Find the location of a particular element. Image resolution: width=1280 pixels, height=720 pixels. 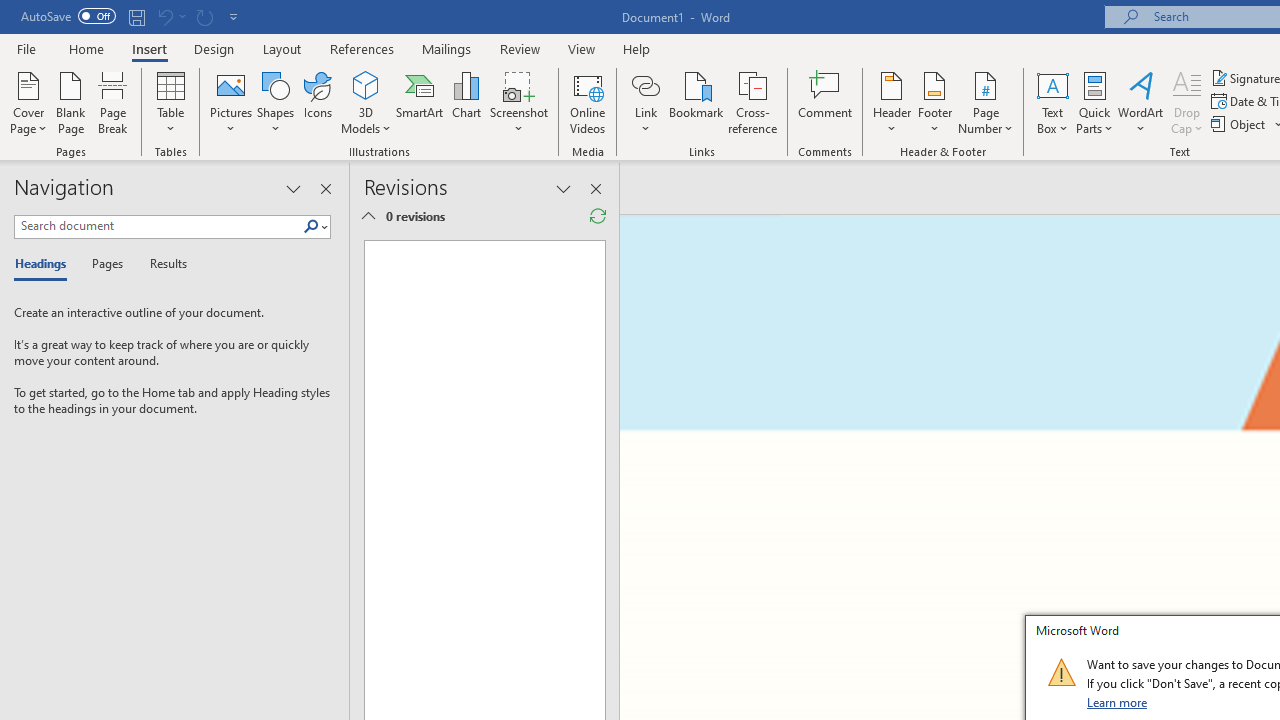

'Cross-reference...' is located at coordinates (751, 103).